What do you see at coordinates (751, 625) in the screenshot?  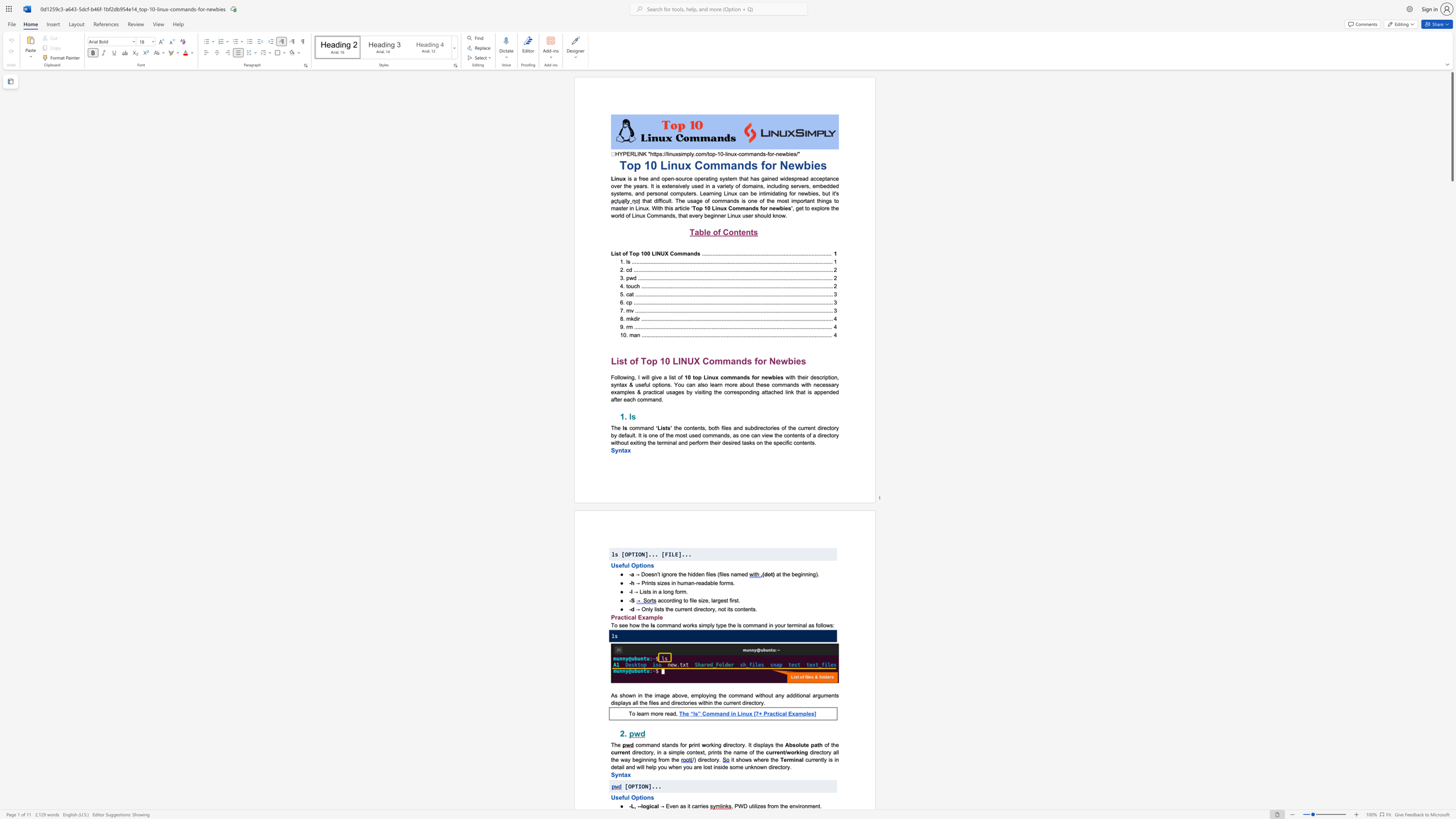 I see `the 4th character "m" in the text` at bounding box center [751, 625].